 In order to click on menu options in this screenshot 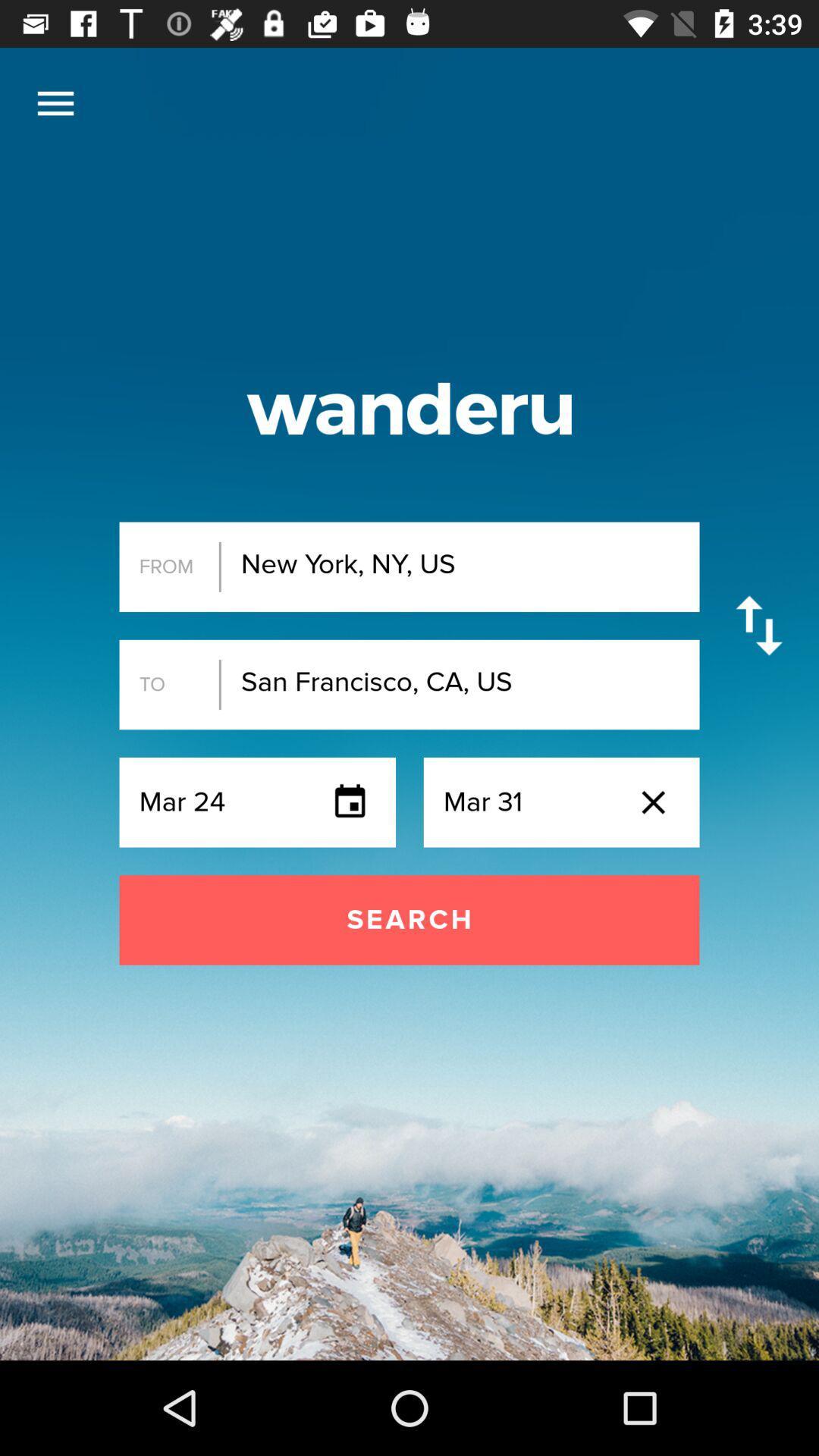, I will do `click(55, 102)`.